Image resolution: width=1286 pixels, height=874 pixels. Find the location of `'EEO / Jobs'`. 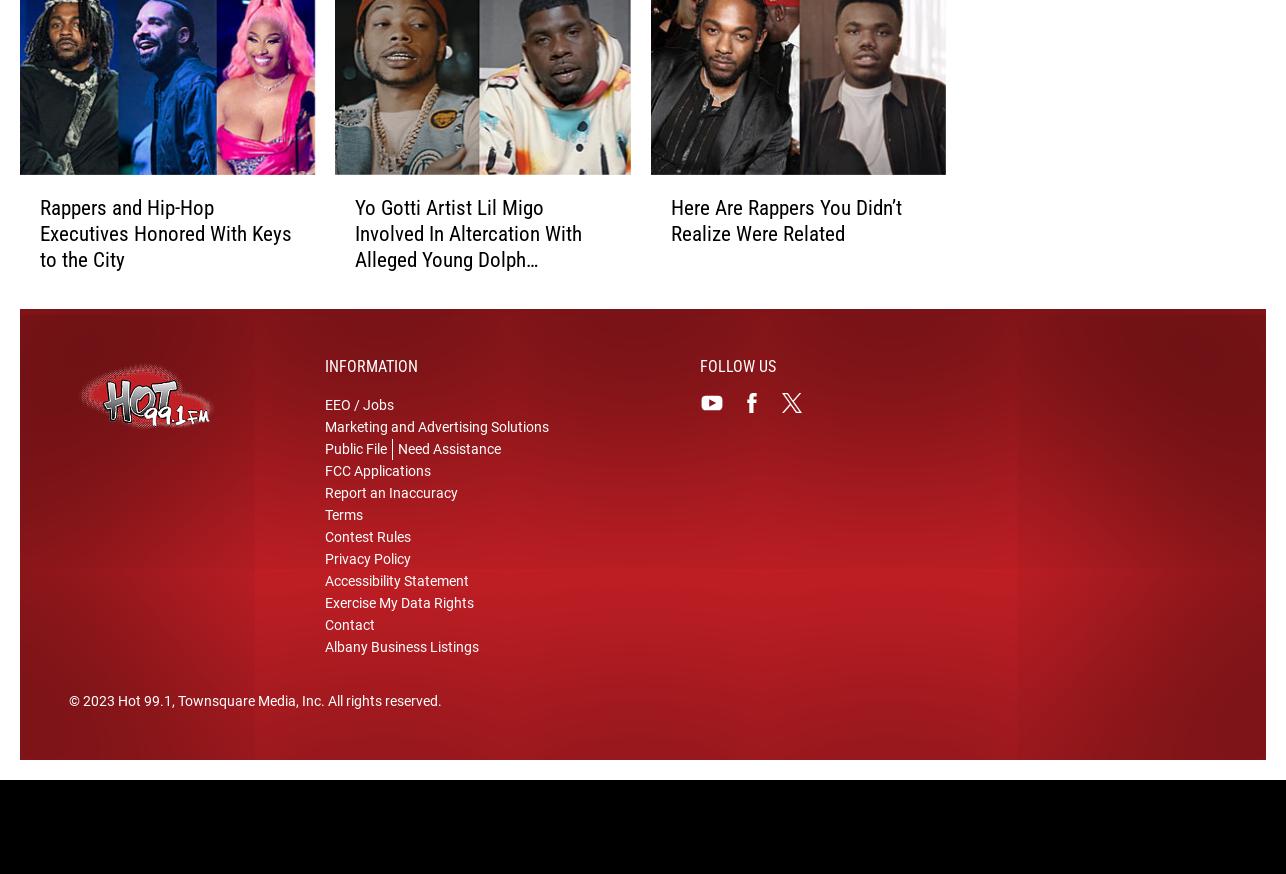

'EEO / Jobs' is located at coordinates (358, 414).